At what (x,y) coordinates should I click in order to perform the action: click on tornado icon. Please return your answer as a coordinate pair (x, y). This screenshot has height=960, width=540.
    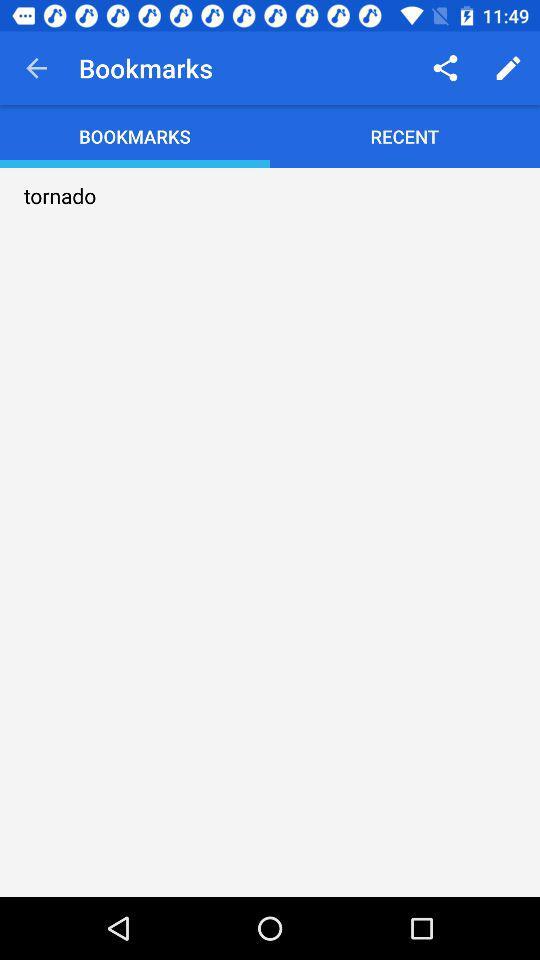
    Looking at the image, I should click on (60, 195).